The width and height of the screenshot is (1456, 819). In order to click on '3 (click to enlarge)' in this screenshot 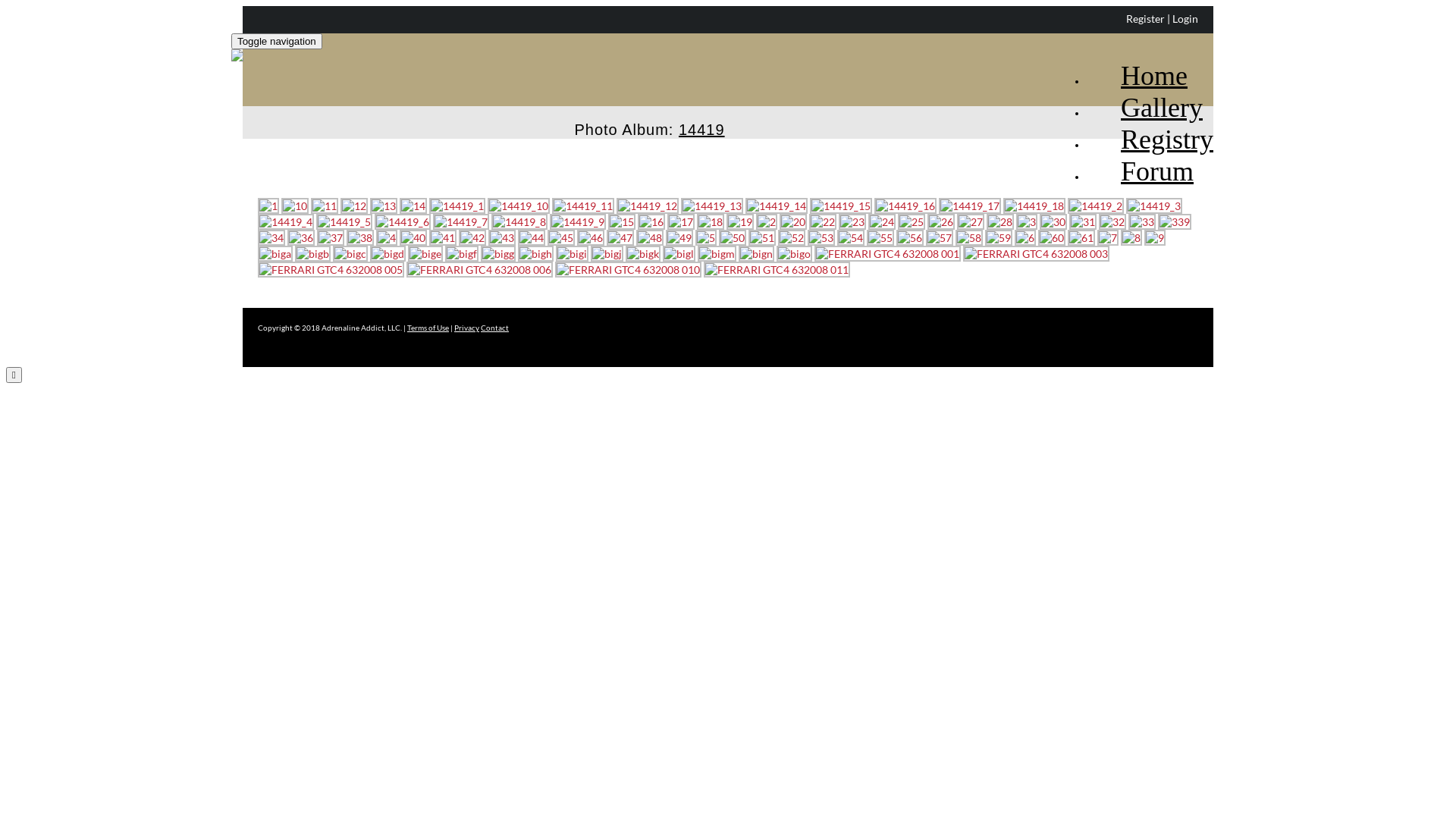, I will do `click(1026, 221)`.